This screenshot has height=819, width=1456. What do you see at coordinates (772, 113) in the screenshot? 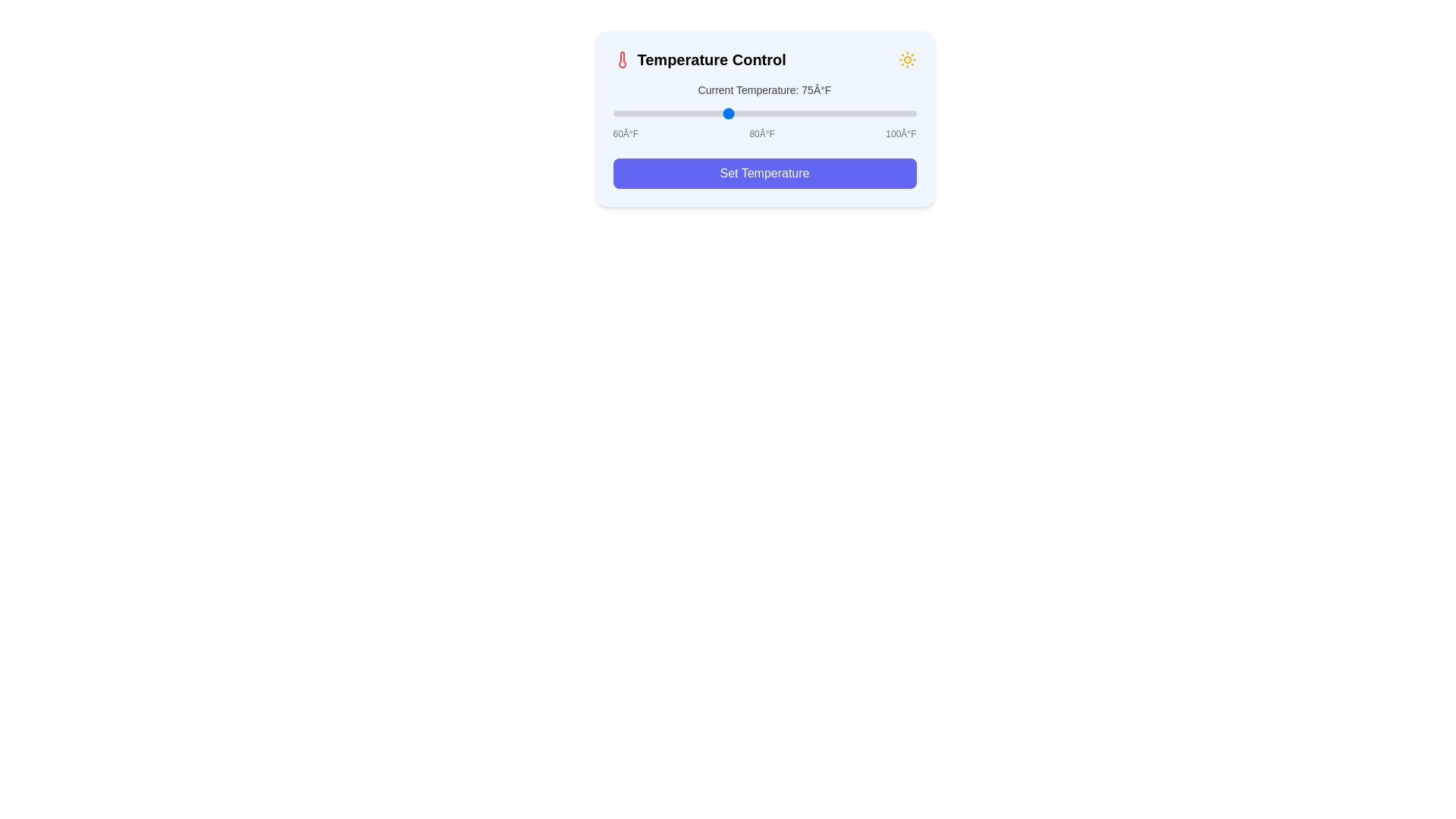
I see `the temperature` at bounding box center [772, 113].